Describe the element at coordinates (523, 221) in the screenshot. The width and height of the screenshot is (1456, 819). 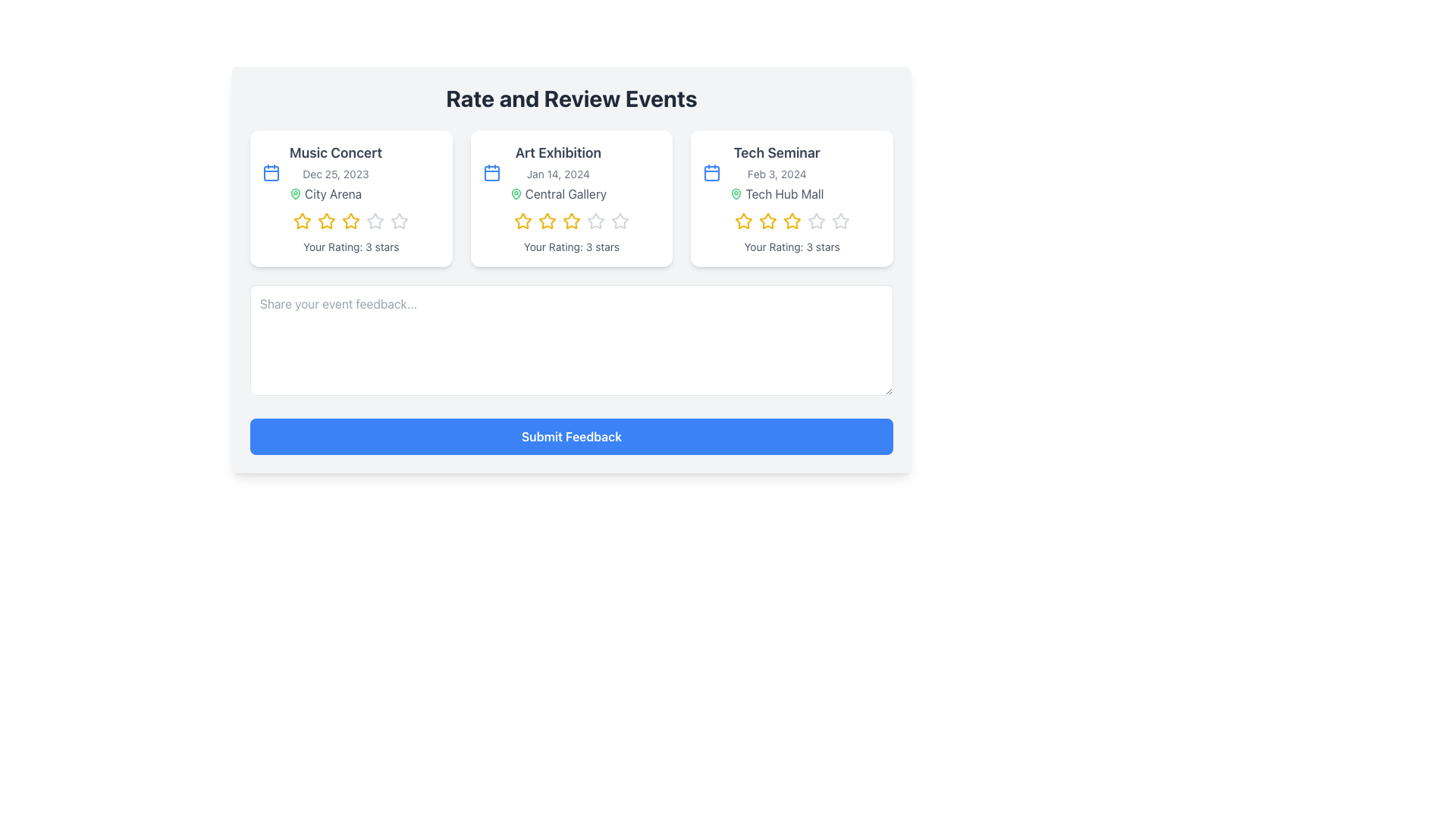
I see `the star icon with a yellow outline representing the second rating in the 'Art Exhibition' section` at that location.